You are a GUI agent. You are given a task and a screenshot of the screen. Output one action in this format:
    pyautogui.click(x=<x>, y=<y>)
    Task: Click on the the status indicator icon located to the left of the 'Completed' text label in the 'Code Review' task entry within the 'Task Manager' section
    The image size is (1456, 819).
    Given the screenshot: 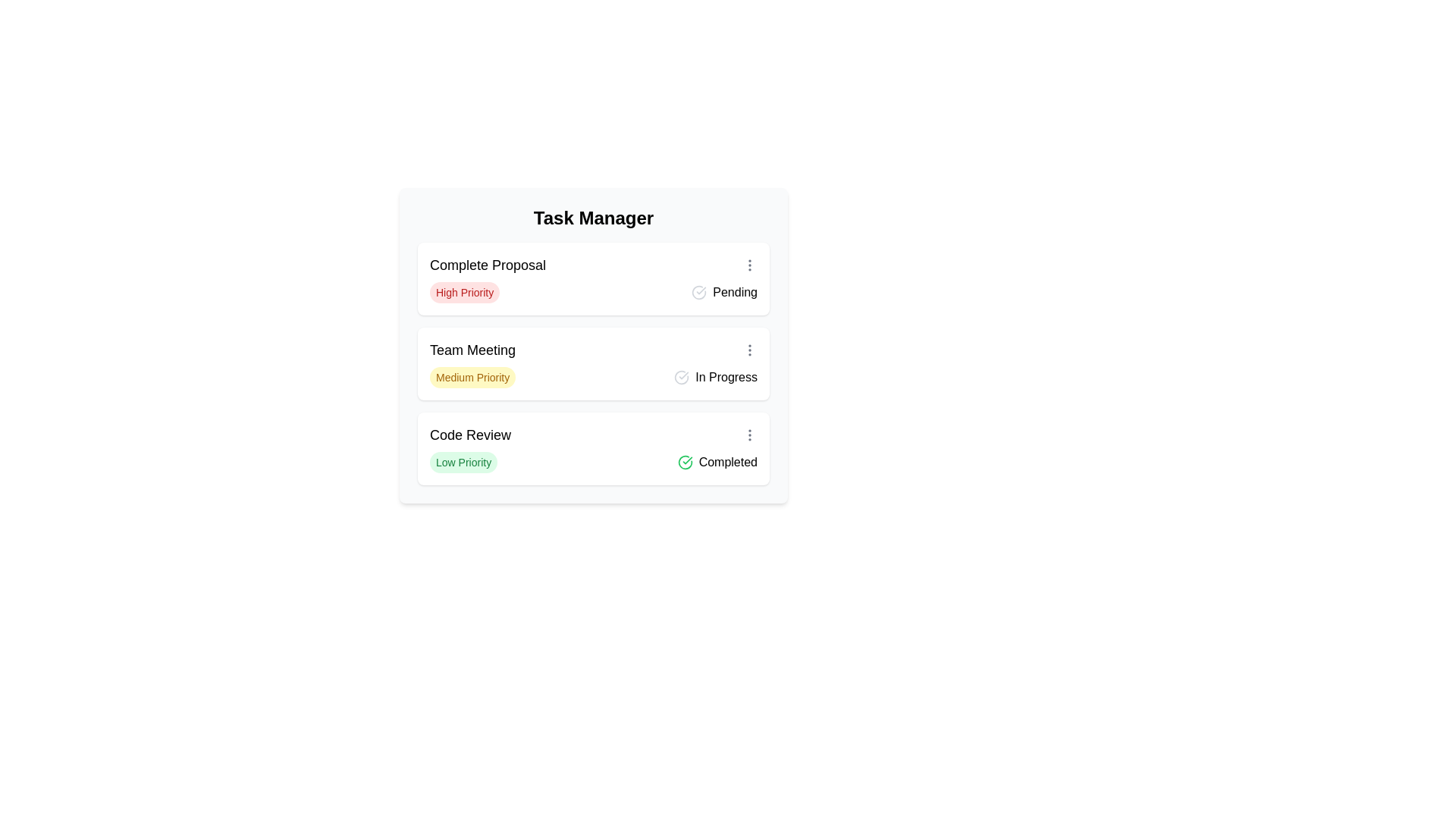 What is the action you would take?
    pyautogui.click(x=684, y=461)
    